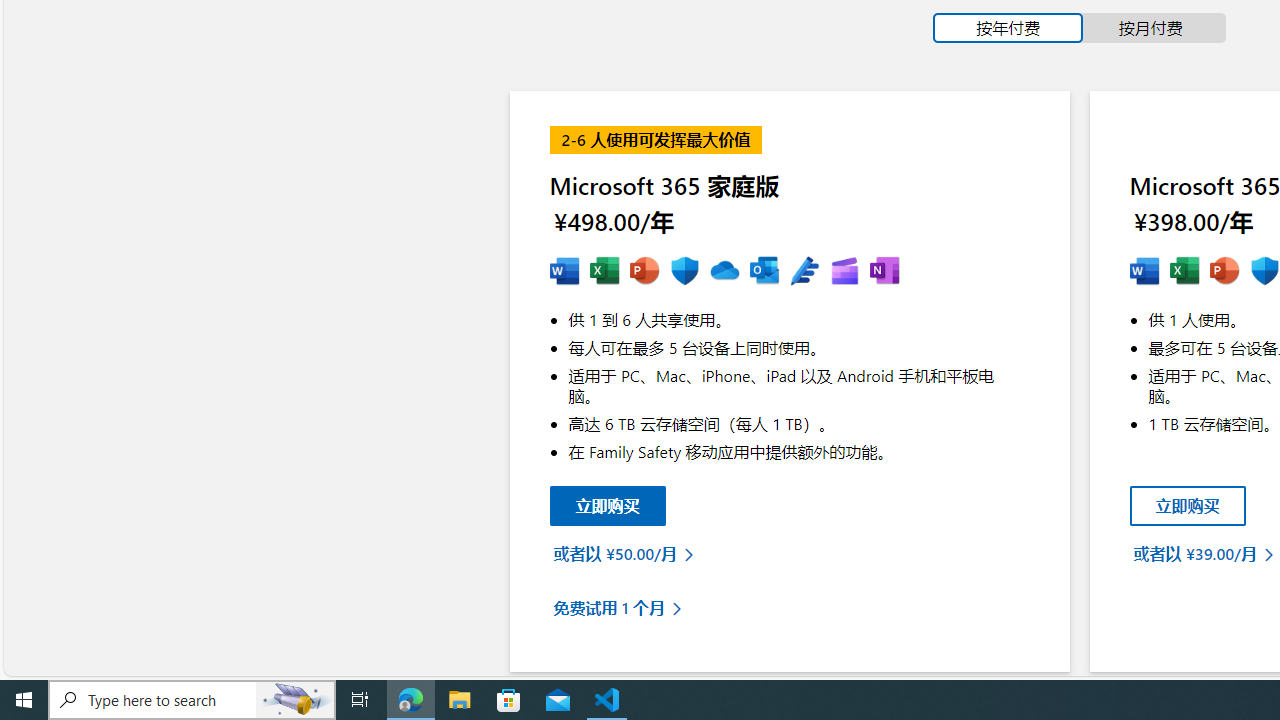  I want to click on 'MS Outlook', so click(763, 271).